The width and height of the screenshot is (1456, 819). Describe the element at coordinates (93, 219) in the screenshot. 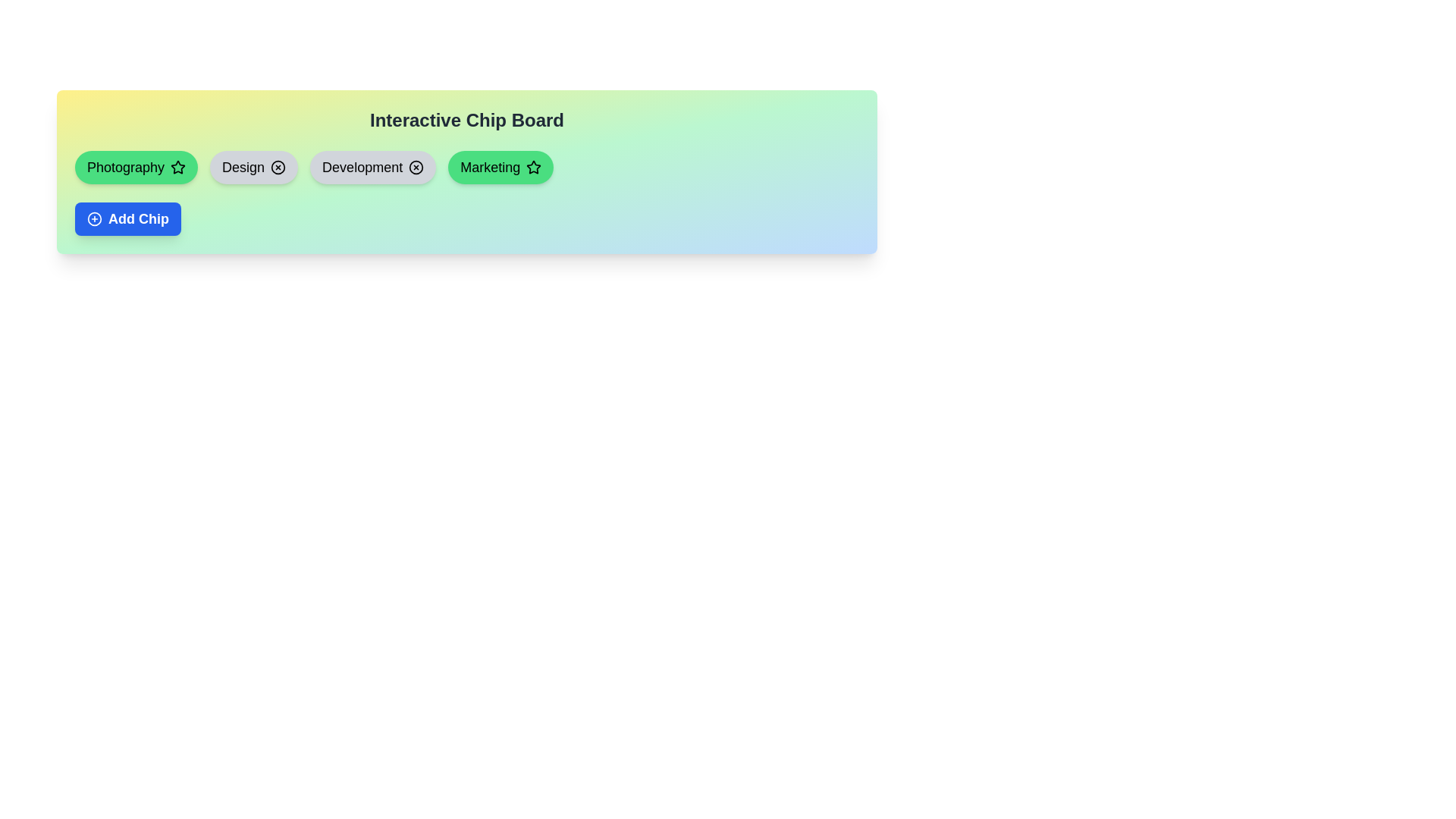

I see `the circular vector graphic with a blue border located on the left side of the 'Add Chip' button at the bottom-left of the grouped set of chips and buttons` at that location.